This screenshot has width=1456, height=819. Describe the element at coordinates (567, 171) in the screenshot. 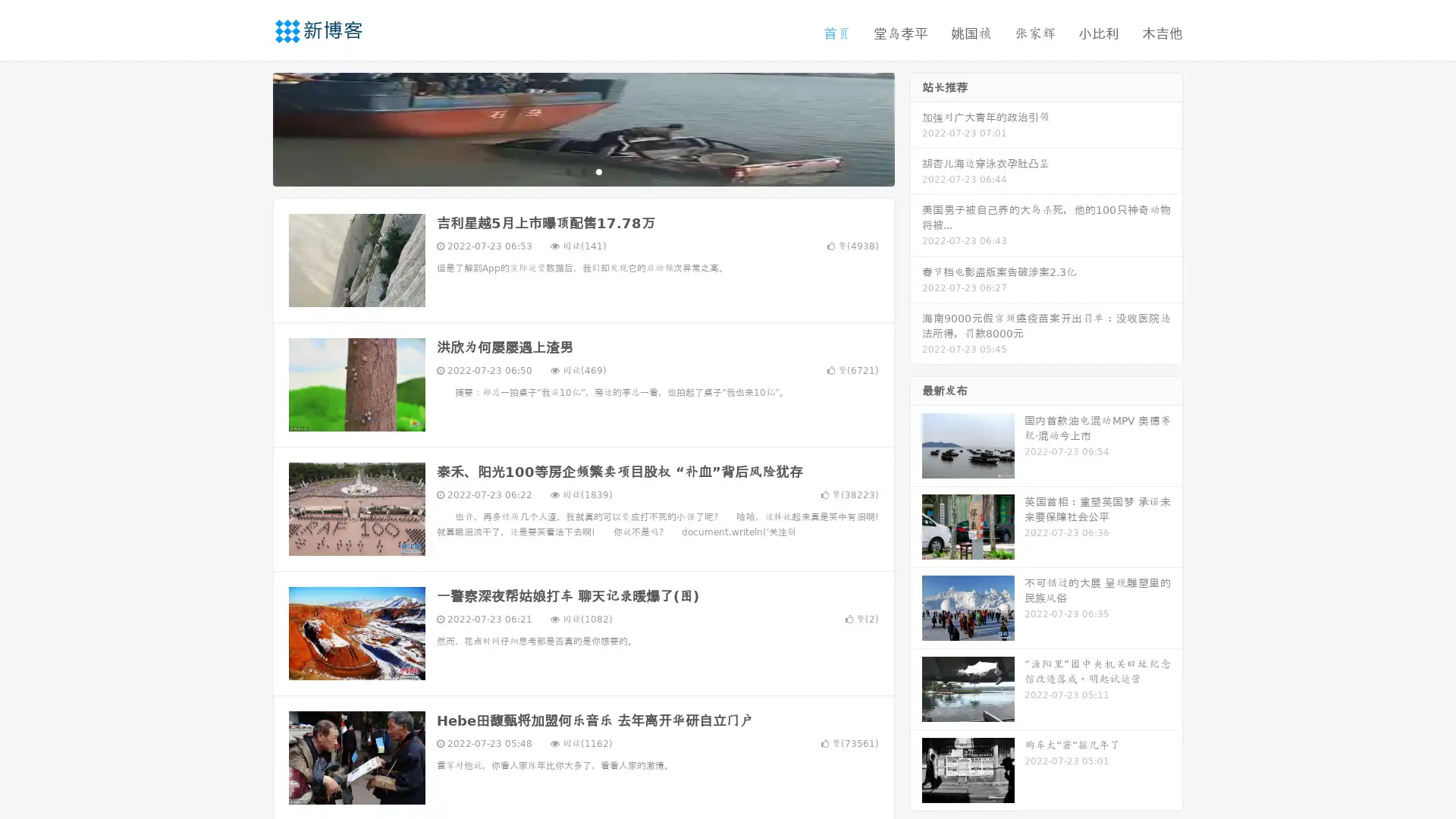

I see `Go to slide 1` at that location.